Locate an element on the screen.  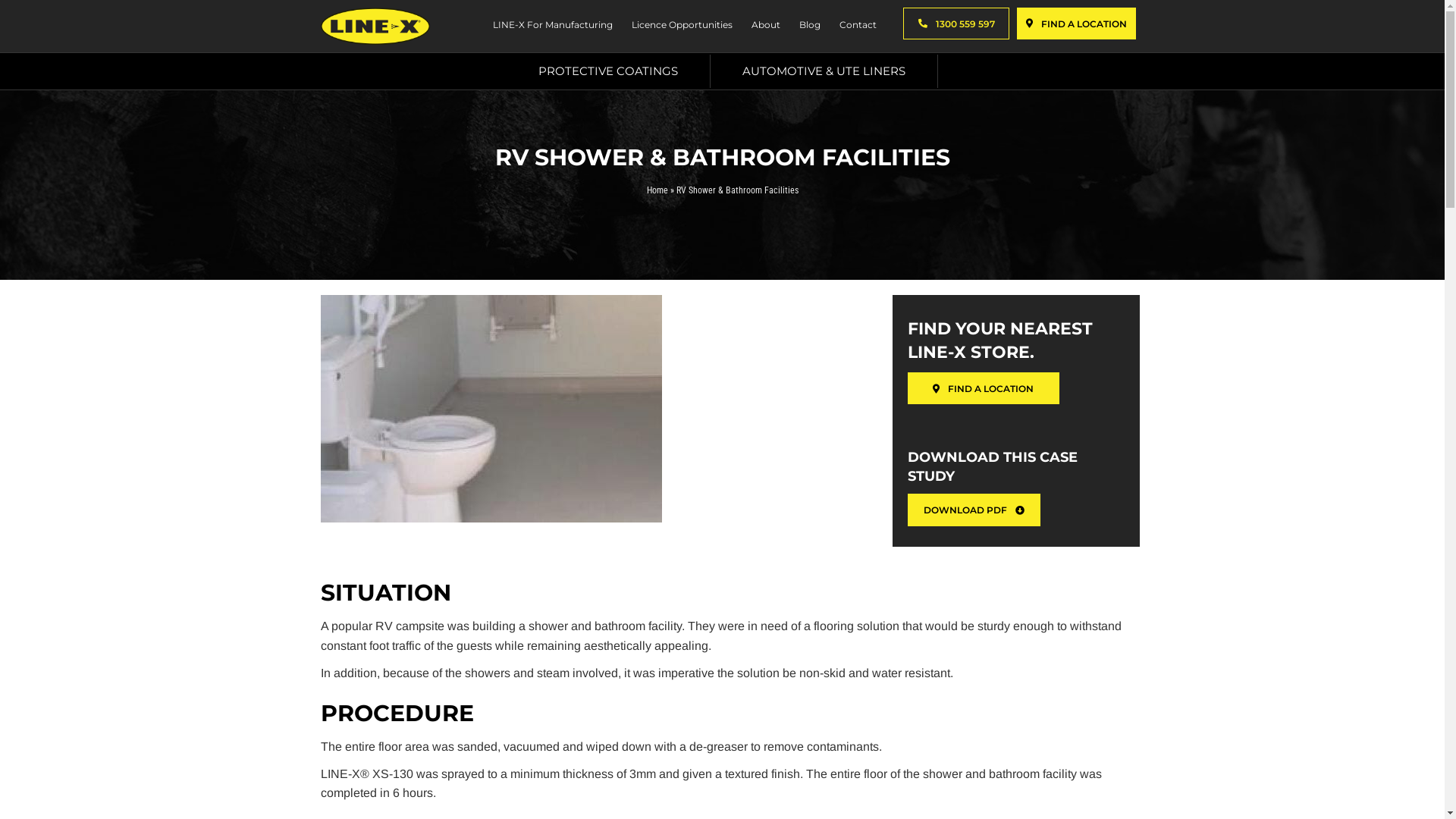
'AUTOMOTIVE & UTE LINERS' is located at coordinates (709, 71).